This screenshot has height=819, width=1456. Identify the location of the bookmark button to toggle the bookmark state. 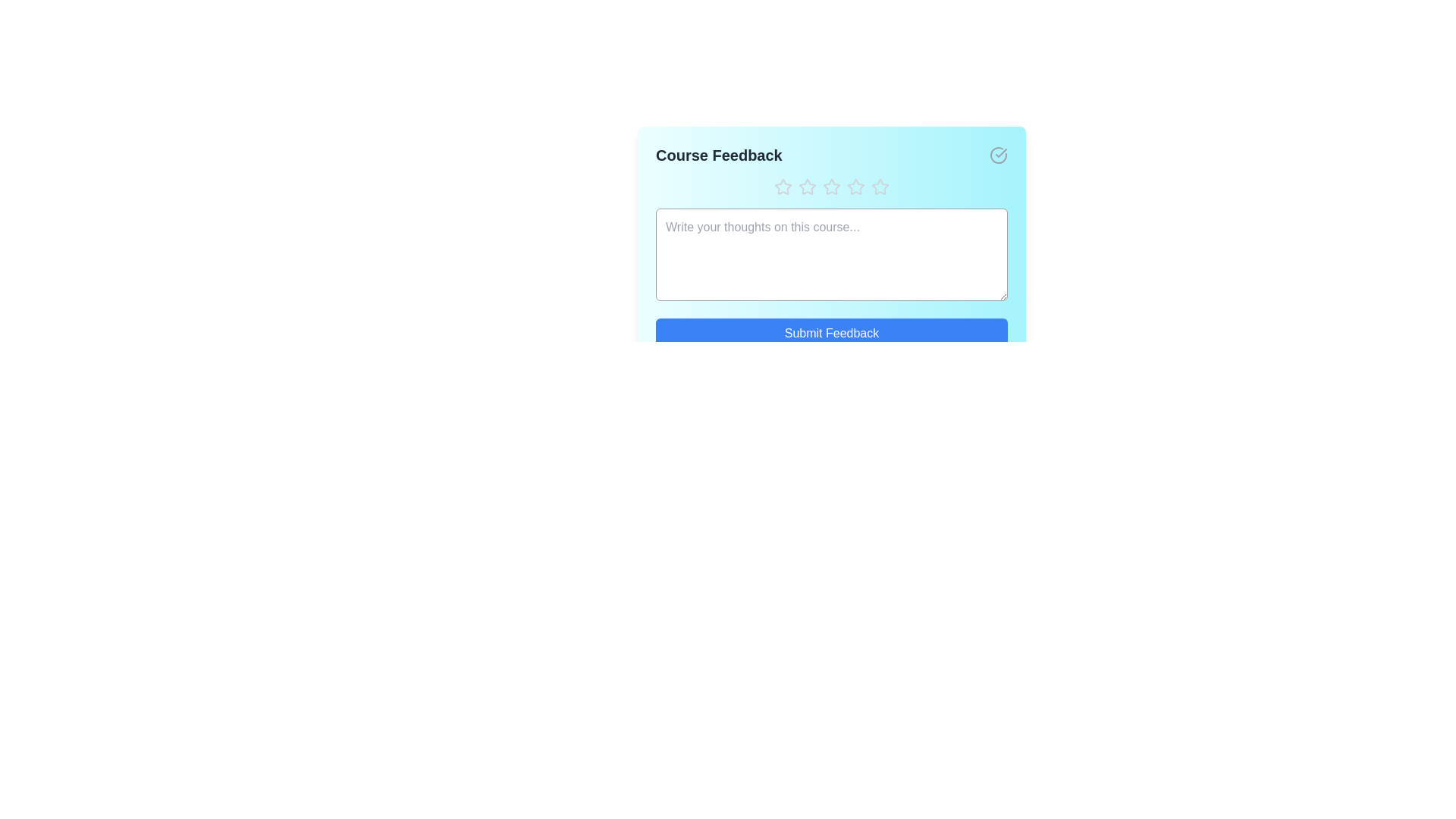
(998, 155).